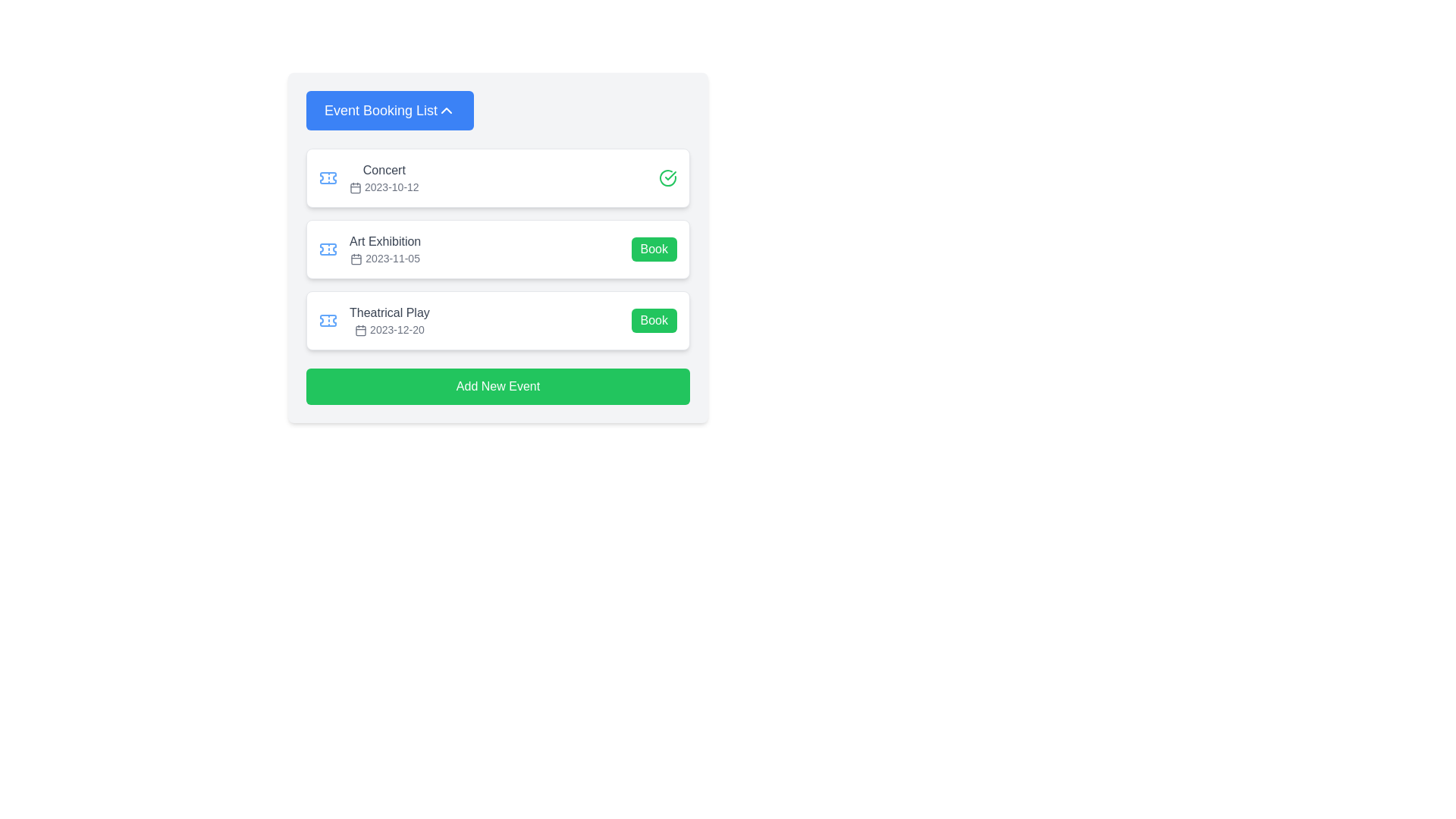 The height and width of the screenshot is (819, 1456). What do you see at coordinates (498, 248) in the screenshot?
I see `details of the Event card titled 'Art Exhibition' including the date '2023-11-05', which is the second card in a vertical list of similar cards` at bounding box center [498, 248].